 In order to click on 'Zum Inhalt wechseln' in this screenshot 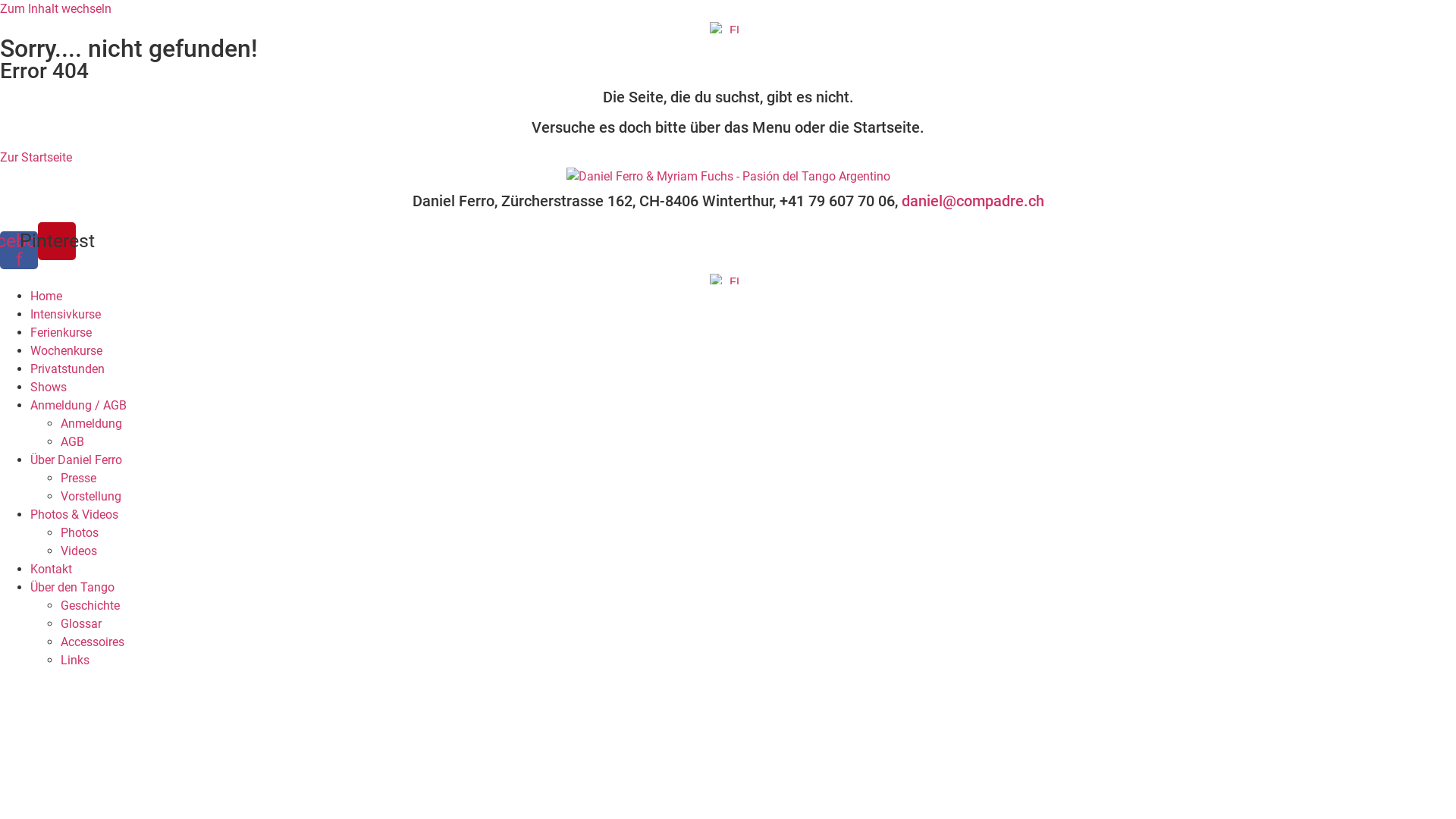, I will do `click(55, 8)`.